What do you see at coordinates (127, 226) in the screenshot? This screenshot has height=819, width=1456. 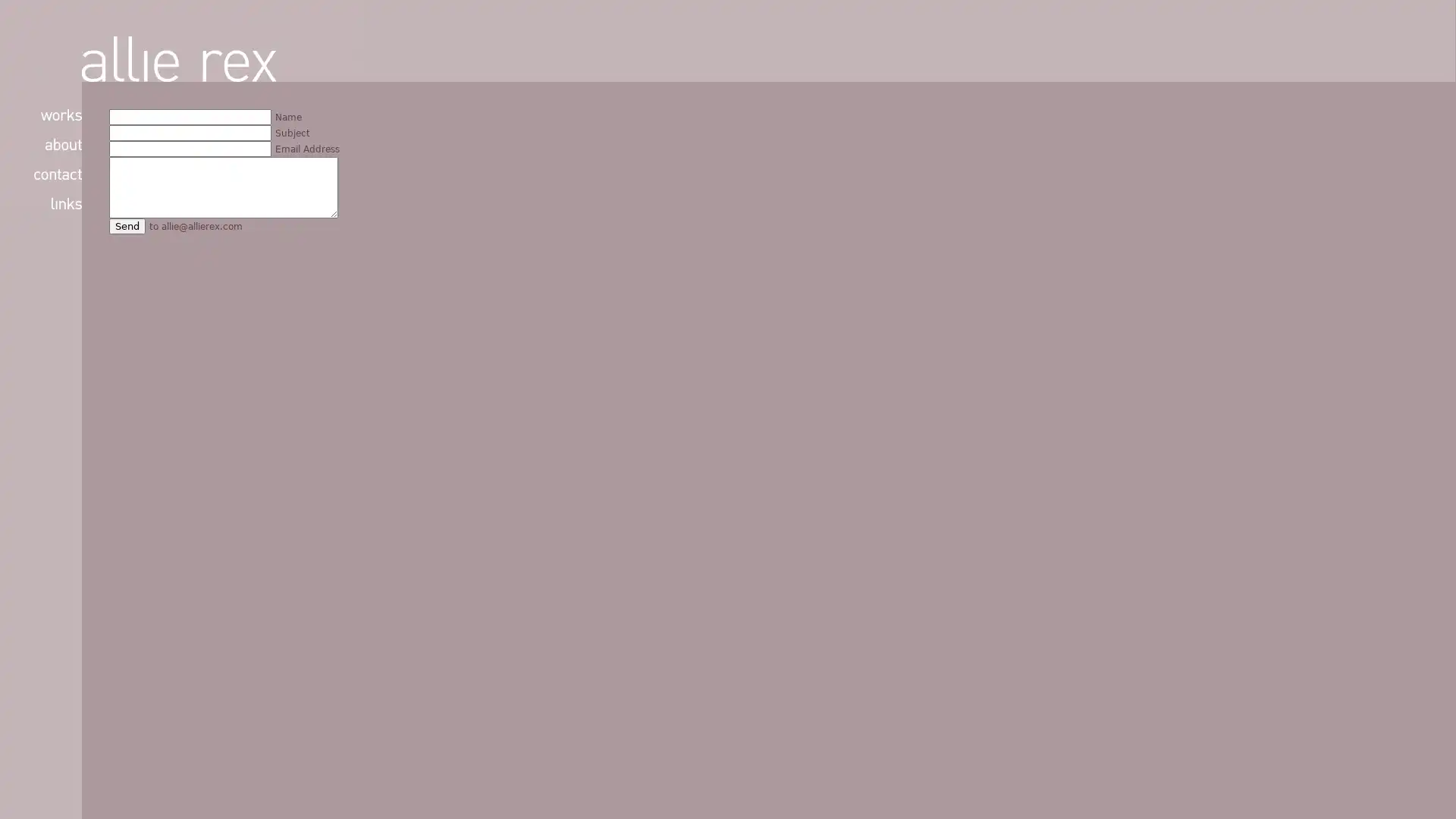 I see `Send` at bounding box center [127, 226].